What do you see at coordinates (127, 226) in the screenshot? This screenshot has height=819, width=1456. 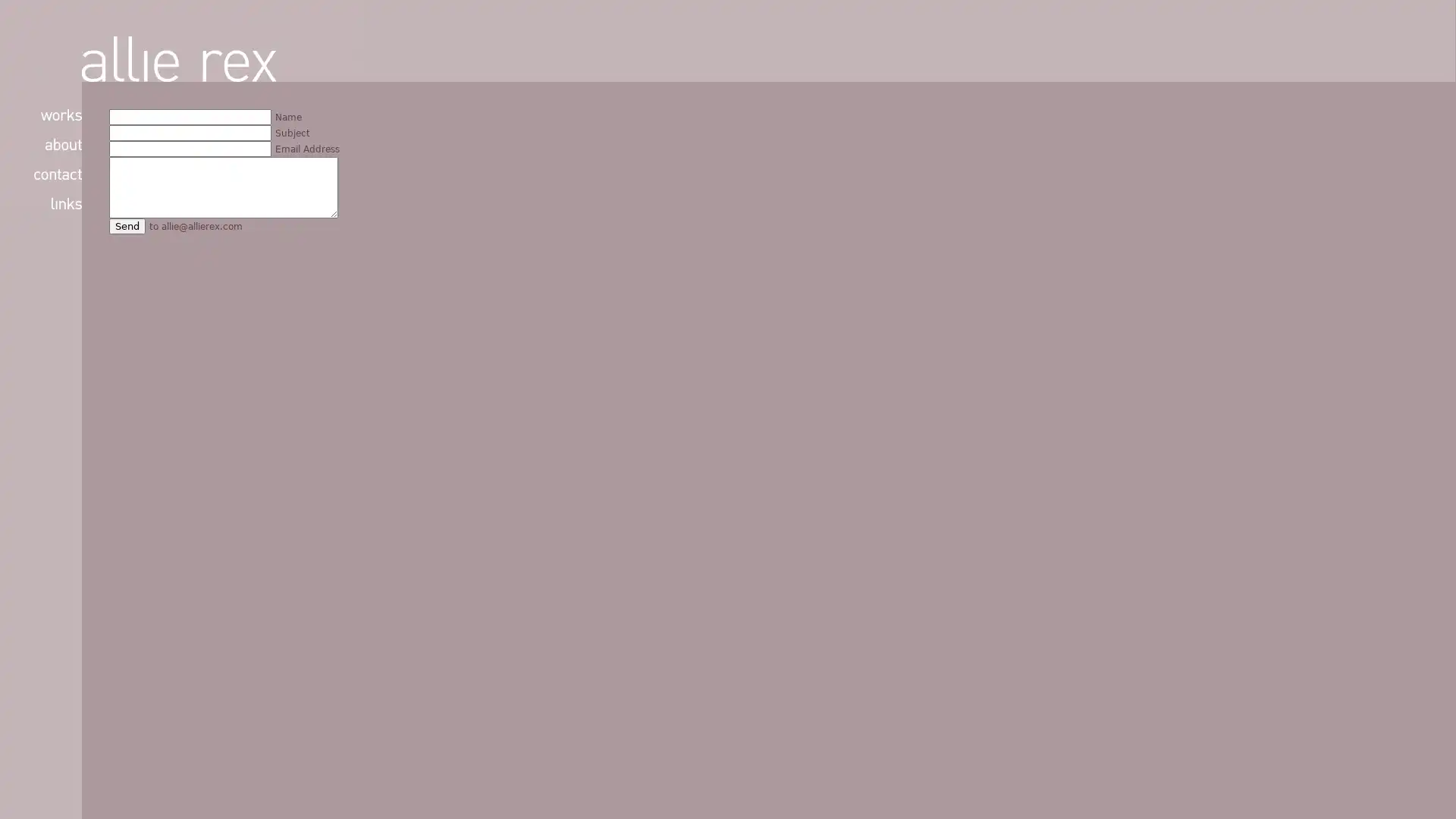 I see `Send` at bounding box center [127, 226].